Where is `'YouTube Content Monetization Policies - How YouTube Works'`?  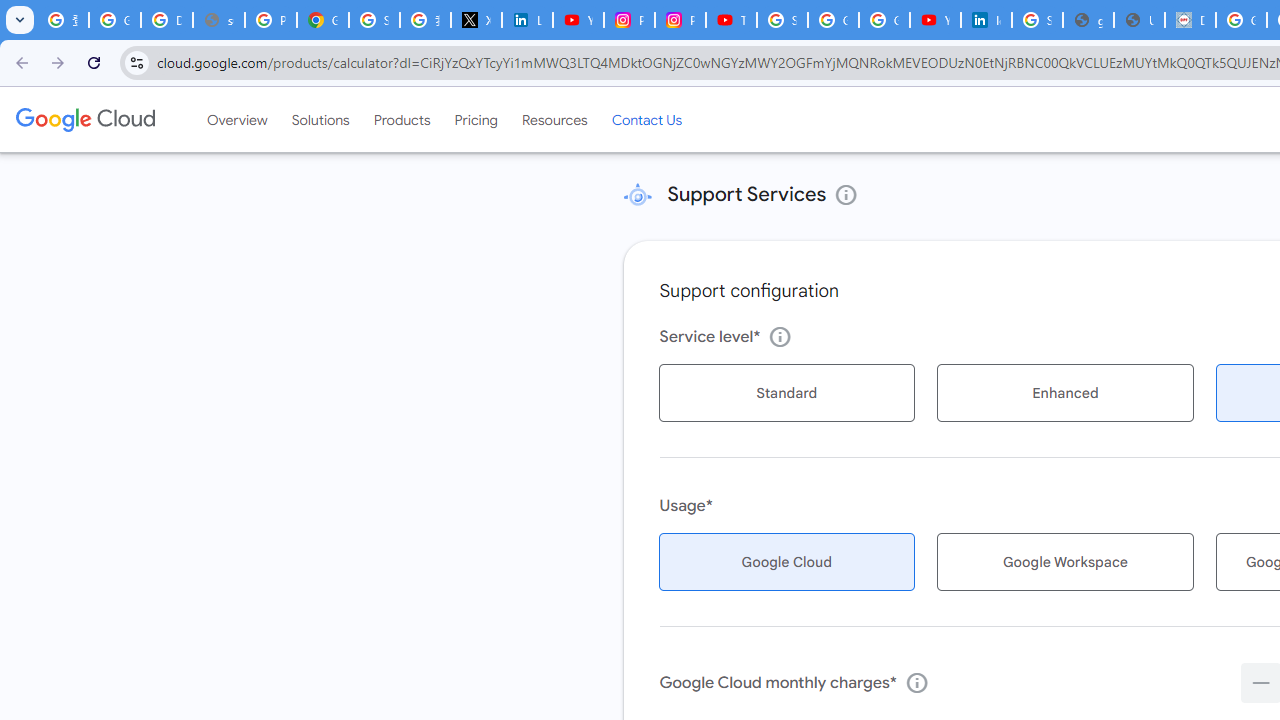
'YouTube Content Monetization Policies - How YouTube Works' is located at coordinates (577, 20).